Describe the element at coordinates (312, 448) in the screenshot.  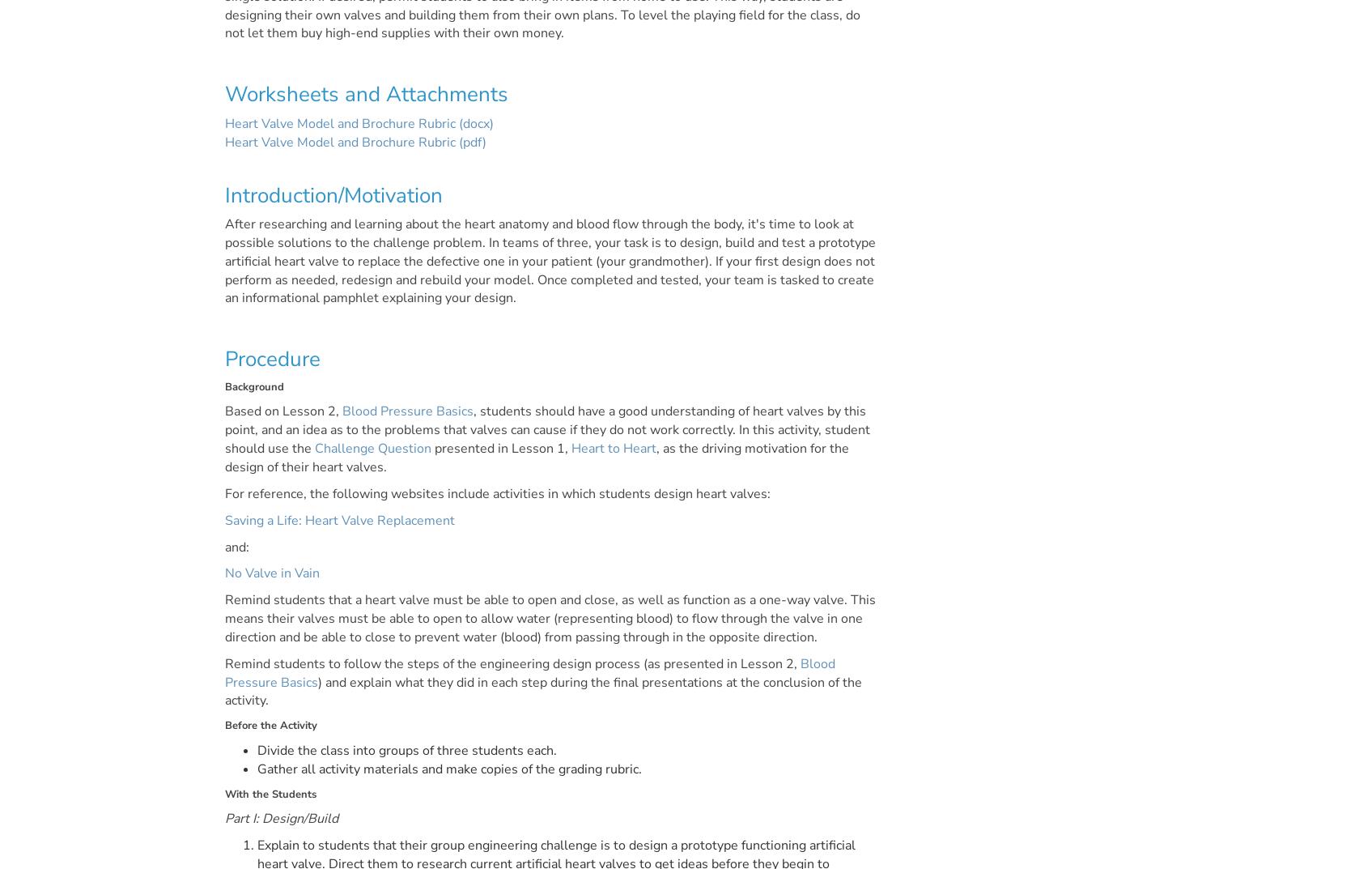
I see `'Challenge Question'` at that location.